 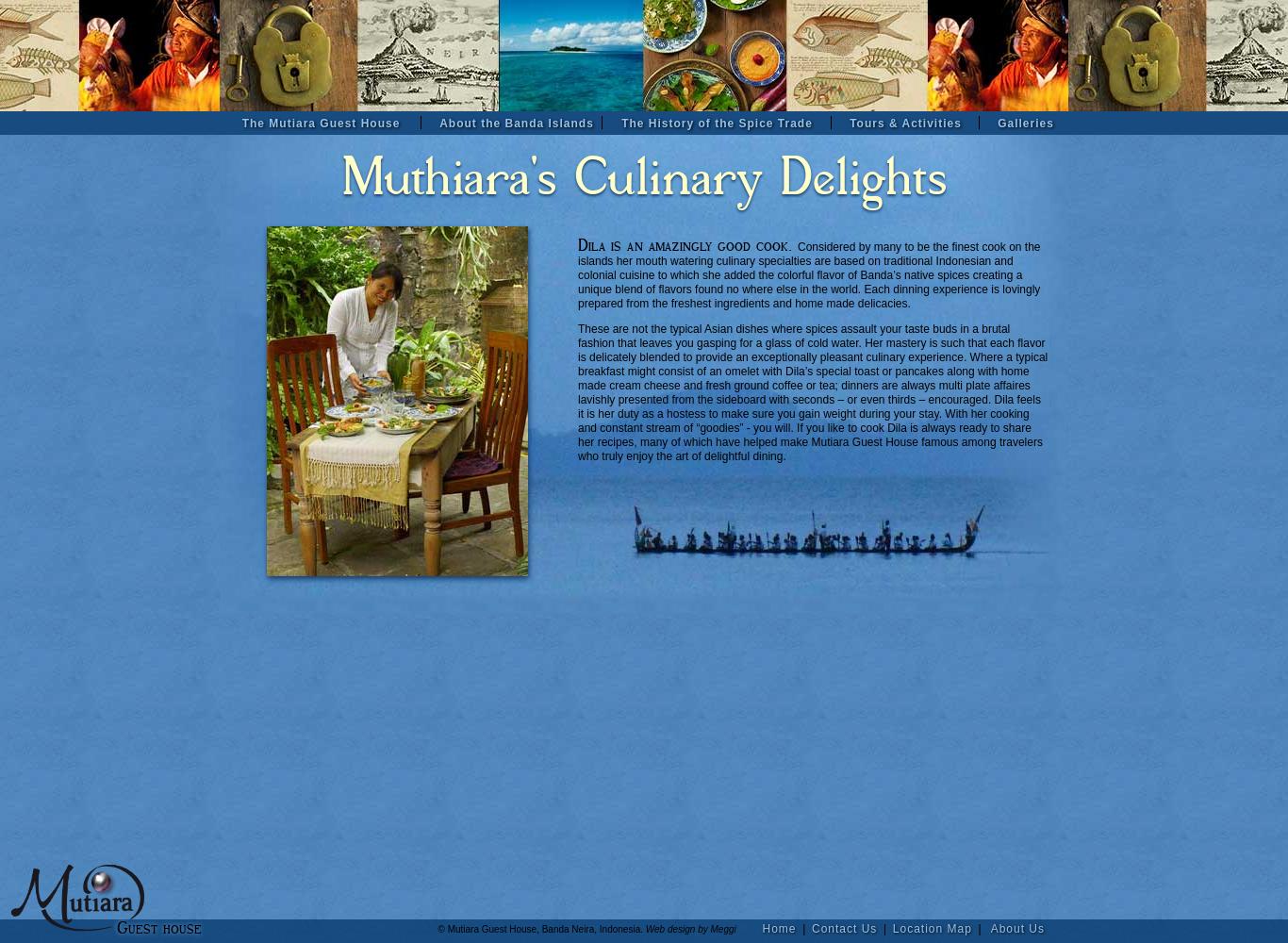 What do you see at coordinates (644, 180) in the screenshot?
I see `'Muthiara's Culinary Delights'` at bounding box center [644, 180].